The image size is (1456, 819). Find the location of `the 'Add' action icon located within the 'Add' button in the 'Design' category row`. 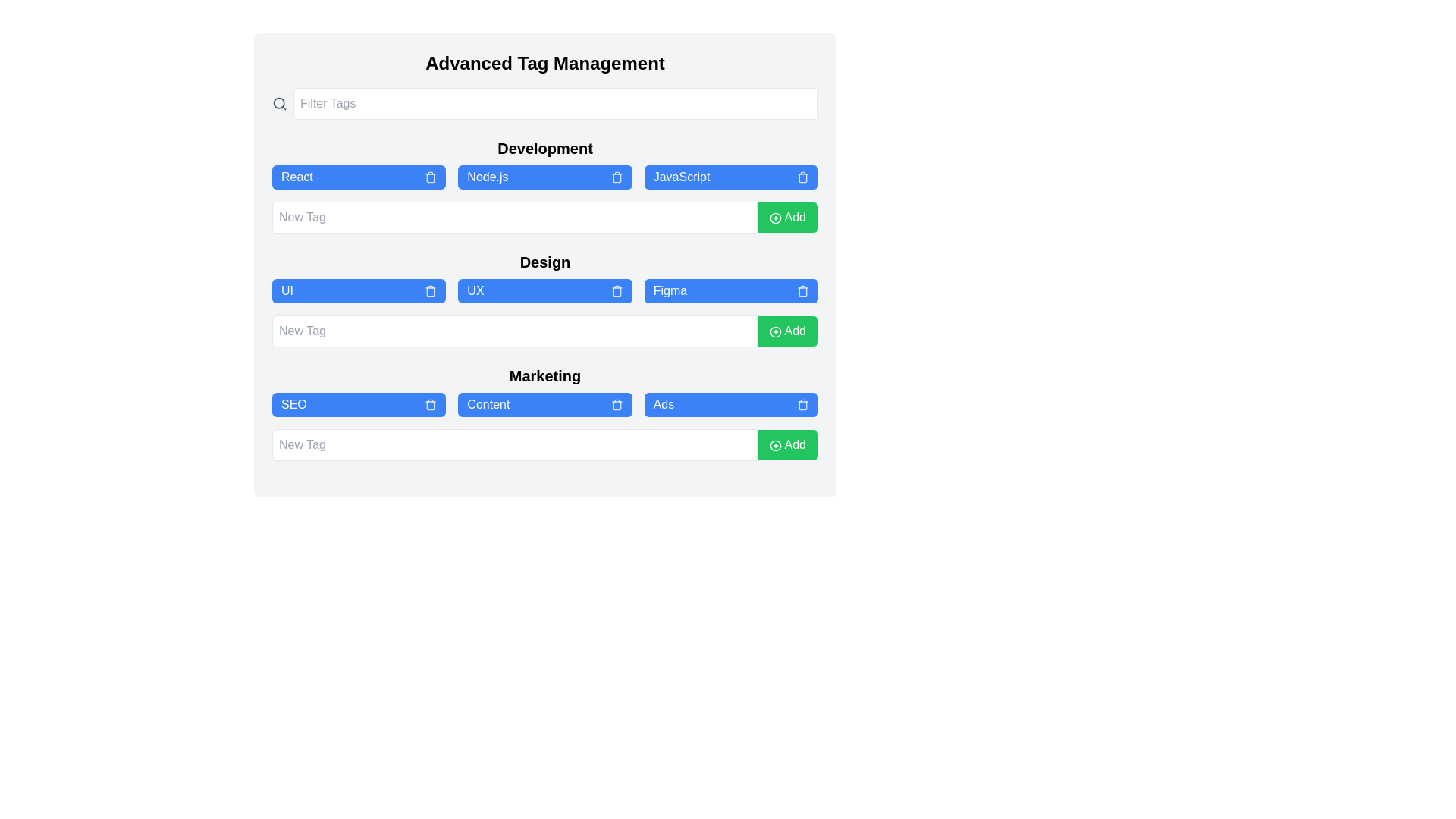

the 'Add' action icon located within the 'Add' button in the 'Design' category row is located at coordinates (775, 331).